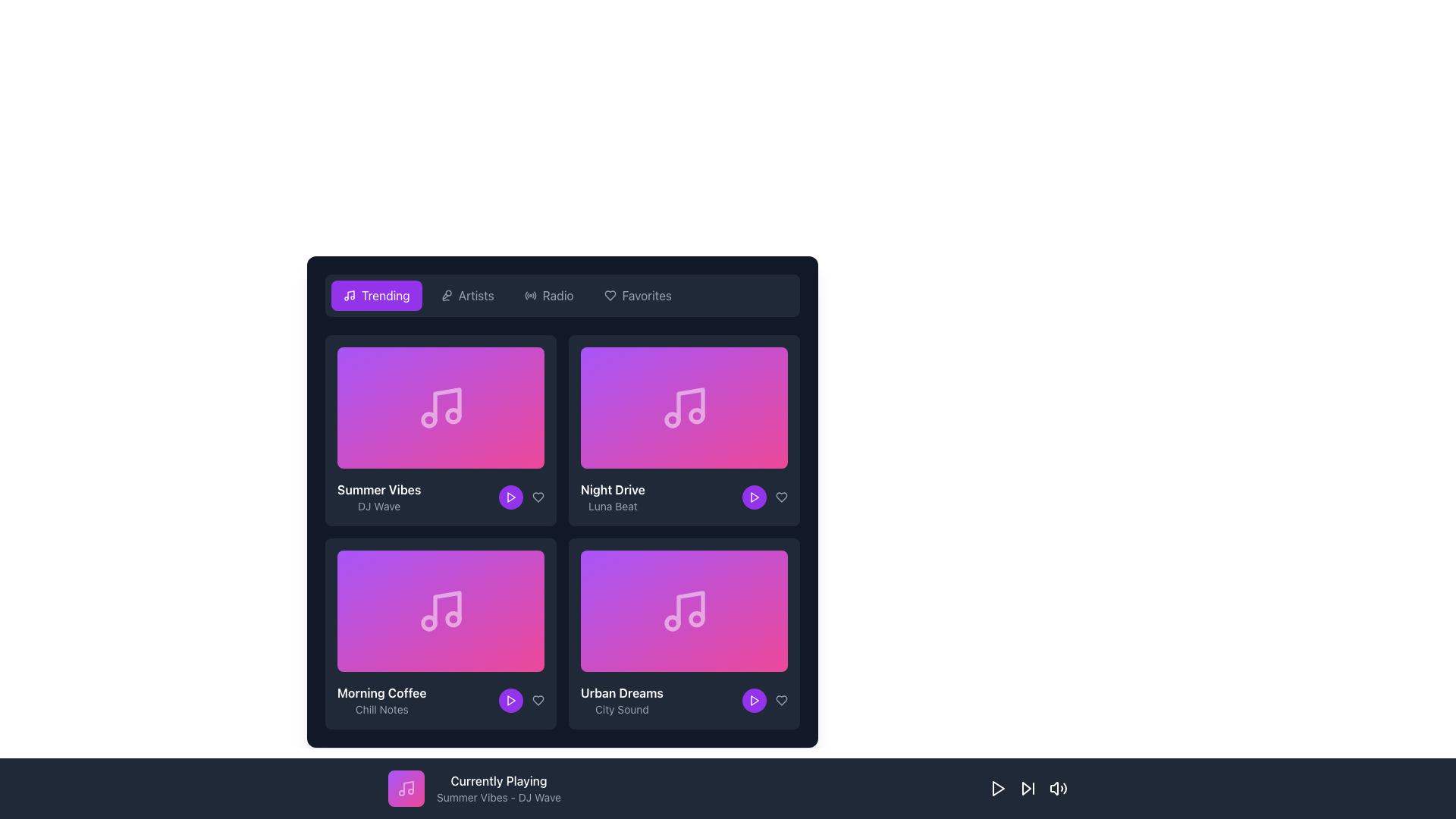  What do you see at coordinates (440, 406) in the screenshot?
I see `the representation of the icon depicting two connected musical notes, which is located in the top-left quadrant of a colorful gradient grid labeled 'Summer Vibes' by 'DJ Wave'` at bounding box center [440, 406].